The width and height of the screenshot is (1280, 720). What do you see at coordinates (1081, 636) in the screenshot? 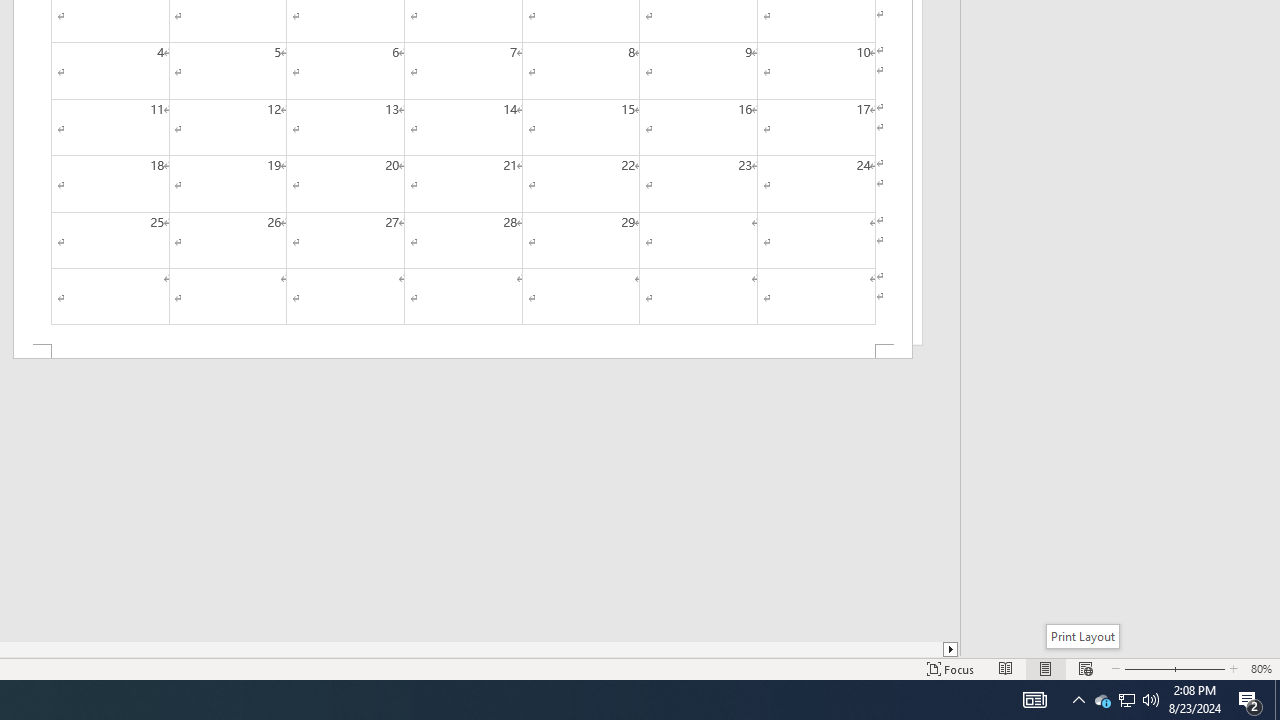
I see `'Print Layout'` at bounding box center [1081, 636].